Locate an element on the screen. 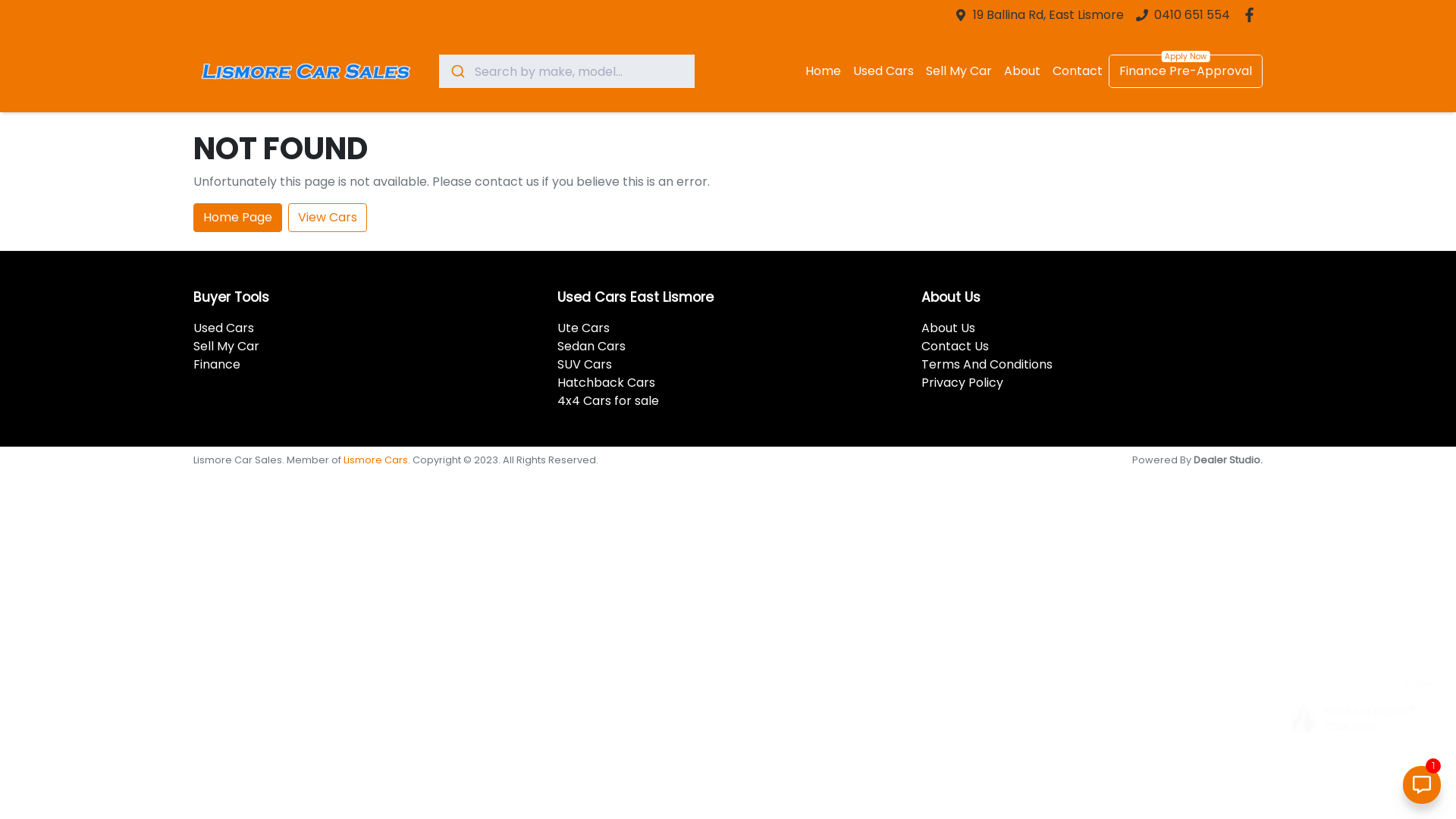 The height and width of the screenshot is (819, 1456). 'Home Page' is located at coordinates (237, 217).